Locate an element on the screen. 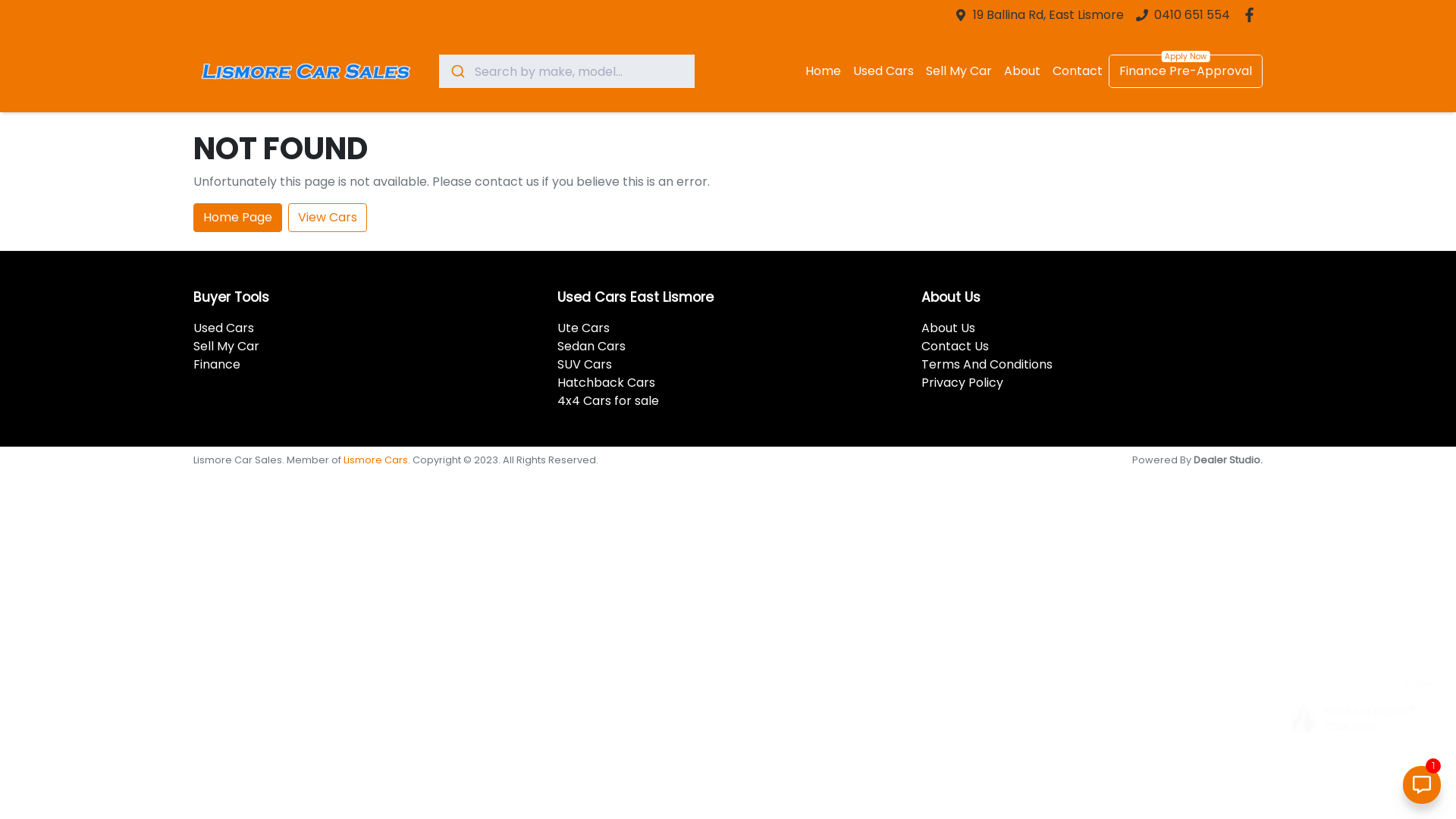 The height and width of the screenshot is (819, 1456). 'Home Page' is located at coordinates (237, 217).